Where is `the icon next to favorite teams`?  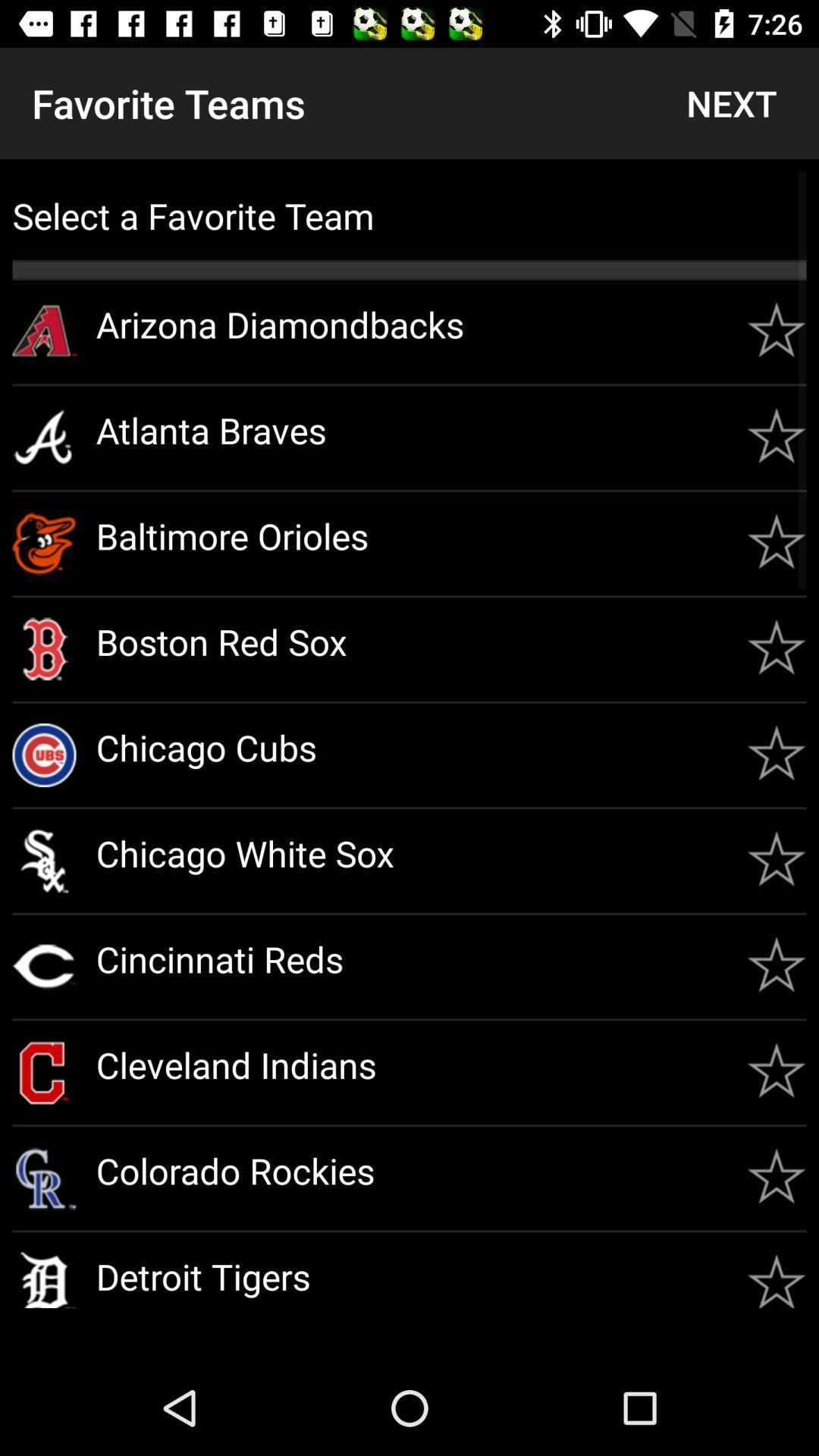 the icon next to favorite teams is located at coordinates (730, 102).